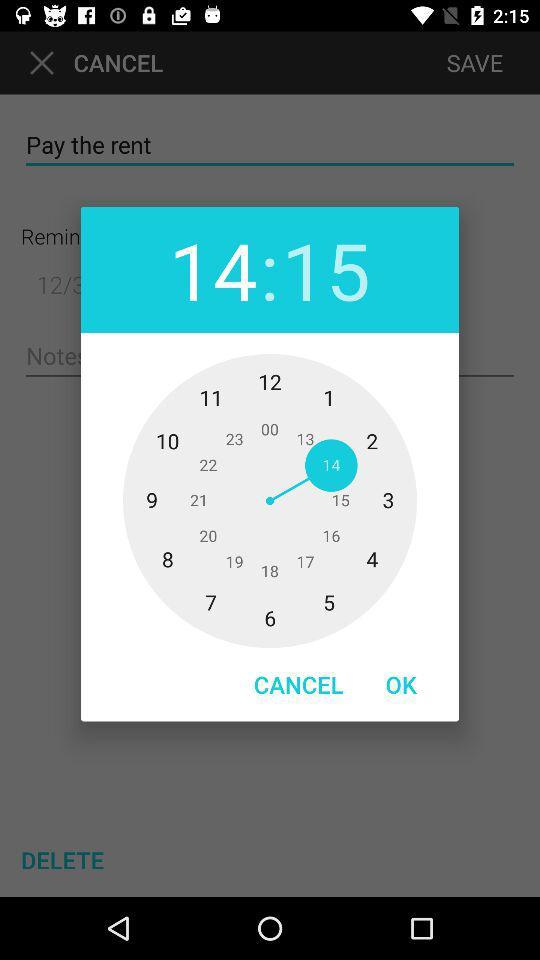  Describe the element at coordinates (326, 268) in the screenshot. I see `the 15 icon` at that location.